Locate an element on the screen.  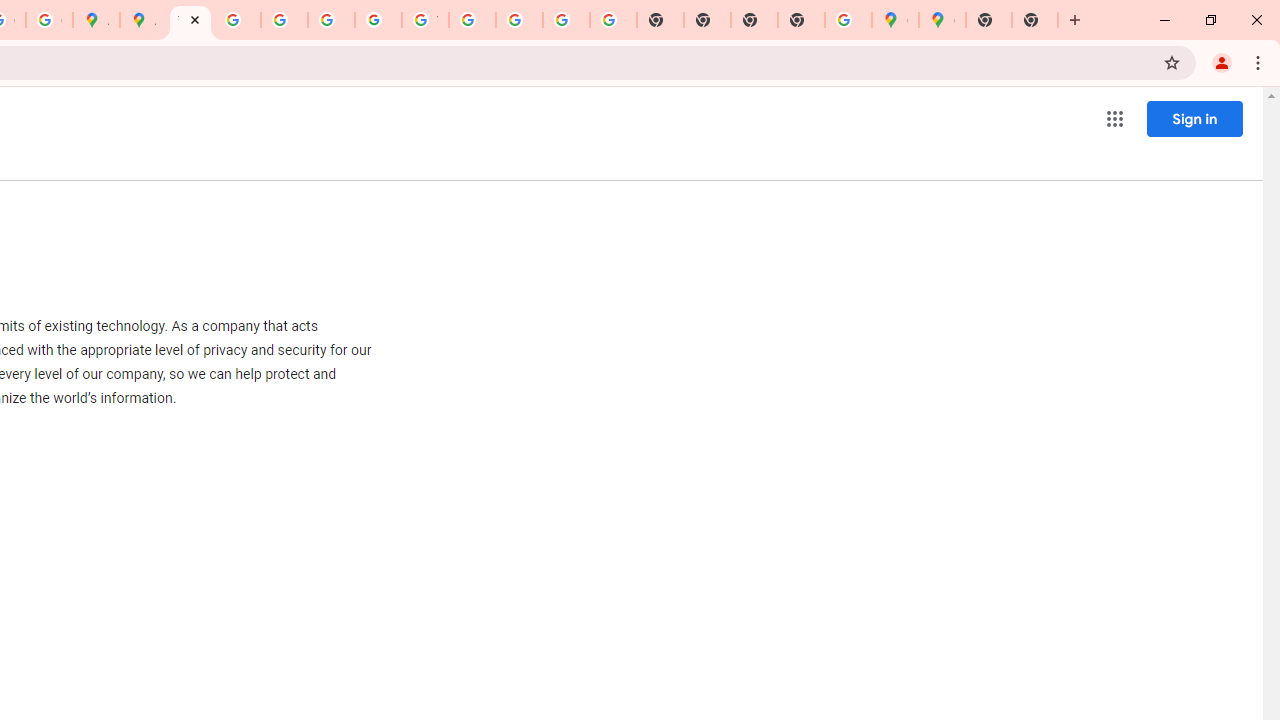
'Privacy Help Center - Policies Help' is located at coordinates (237, 20).